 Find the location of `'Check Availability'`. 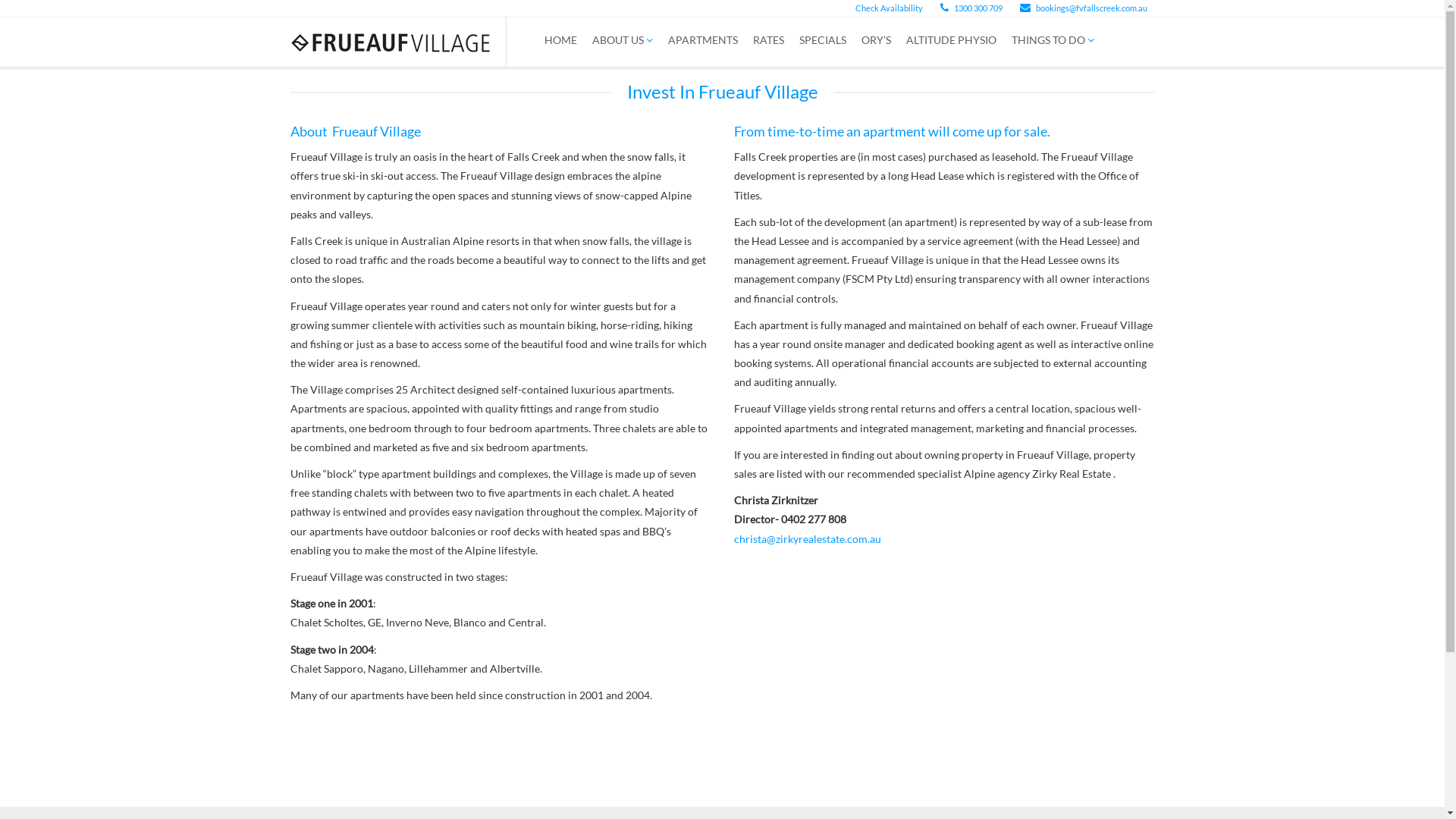

'Check Availability' is located at coordinates (848, 8).